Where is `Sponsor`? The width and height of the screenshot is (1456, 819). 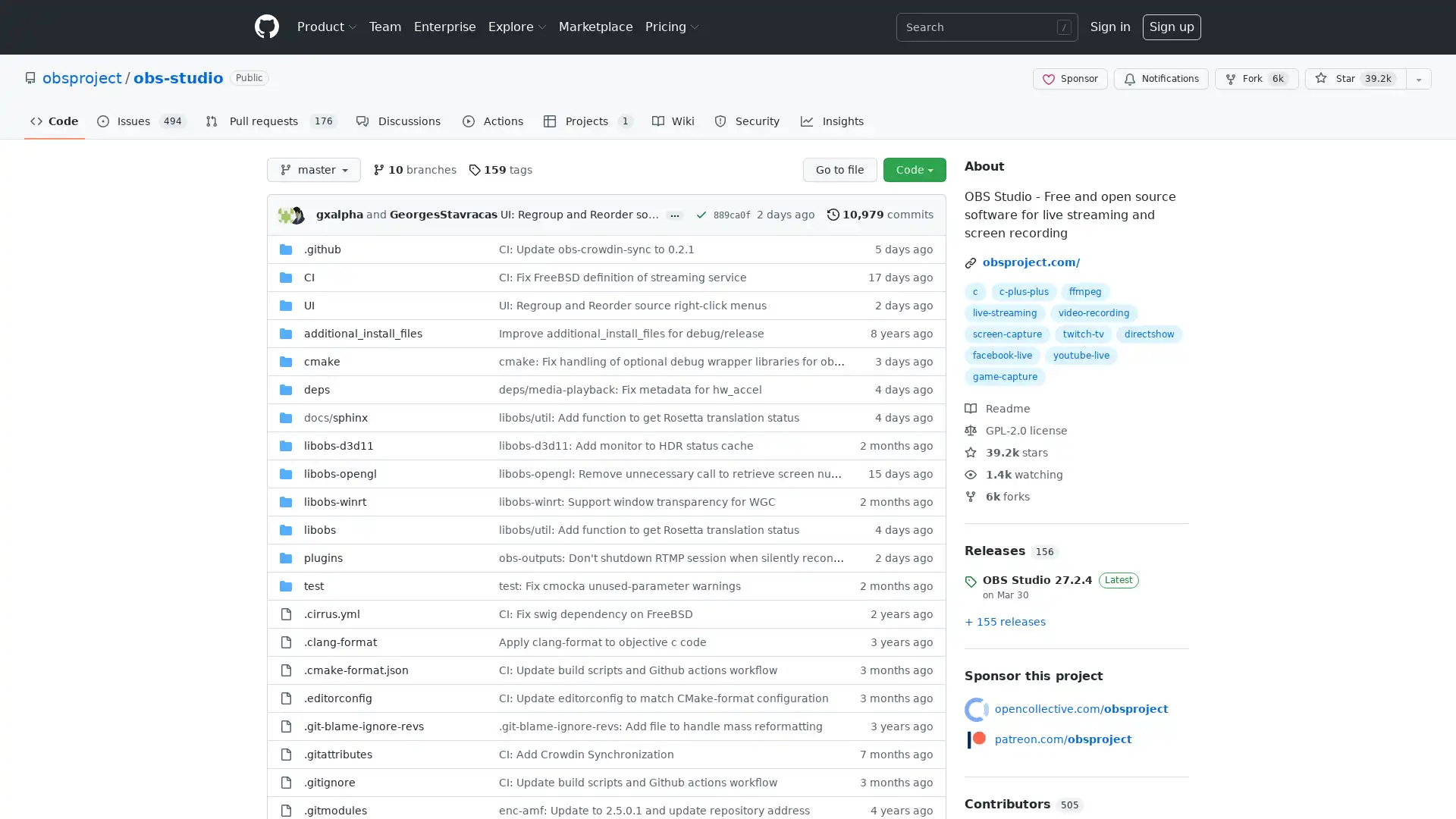 Sponsor is located at coordinates (1069, 79).